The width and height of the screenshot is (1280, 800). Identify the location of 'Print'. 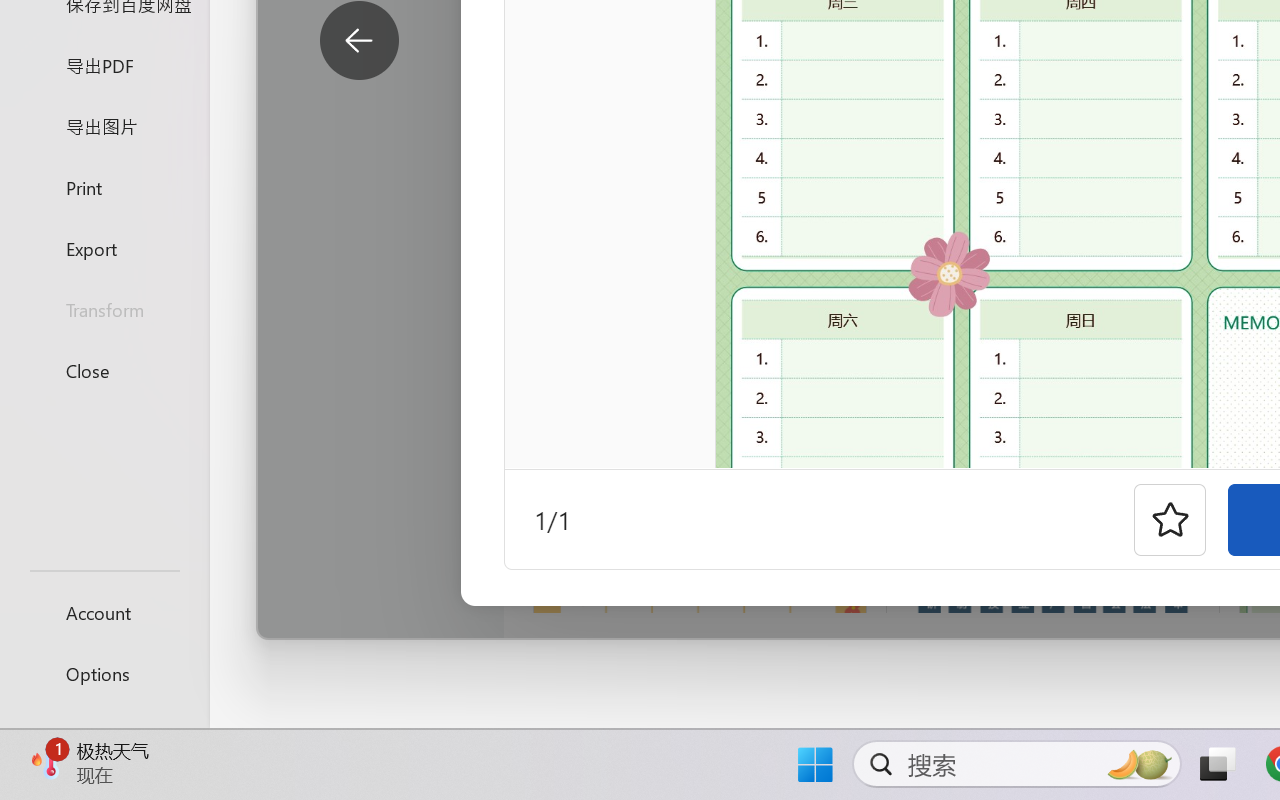
(103, 186).